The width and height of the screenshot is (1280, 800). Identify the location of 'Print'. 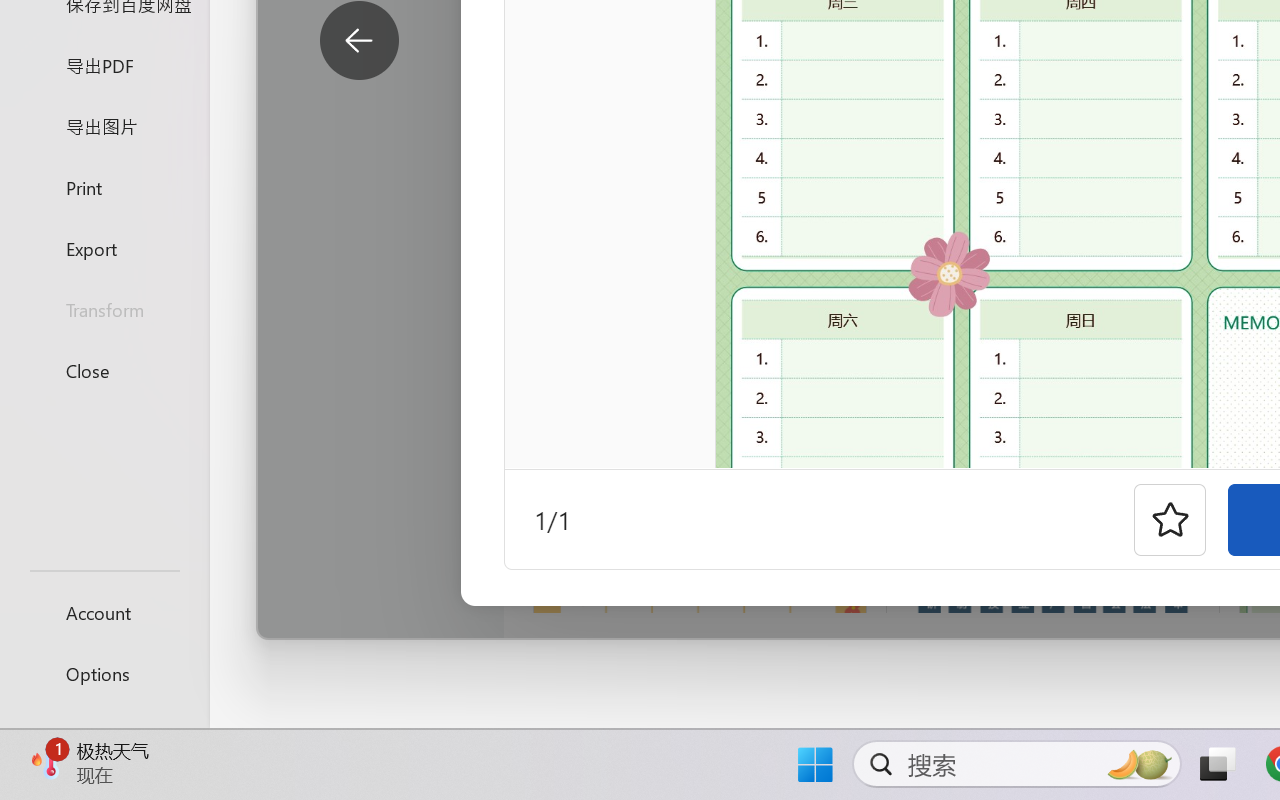
(103, 186).